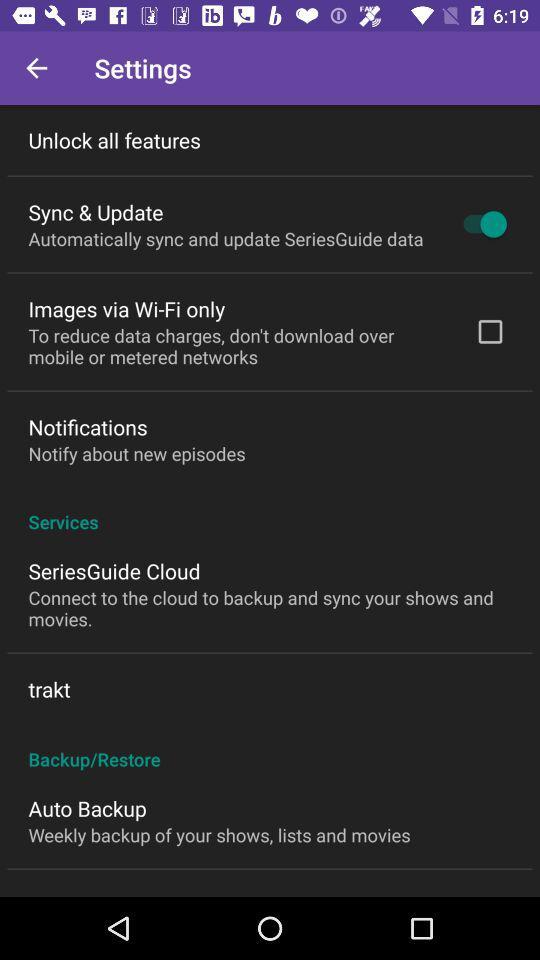 Image resolution: width=540 pixels, height=960 pixels. What do you see at coordinates (238, 346) in the screenshot?
I see `the item below the images via wi` at bounding box center [238, 346].